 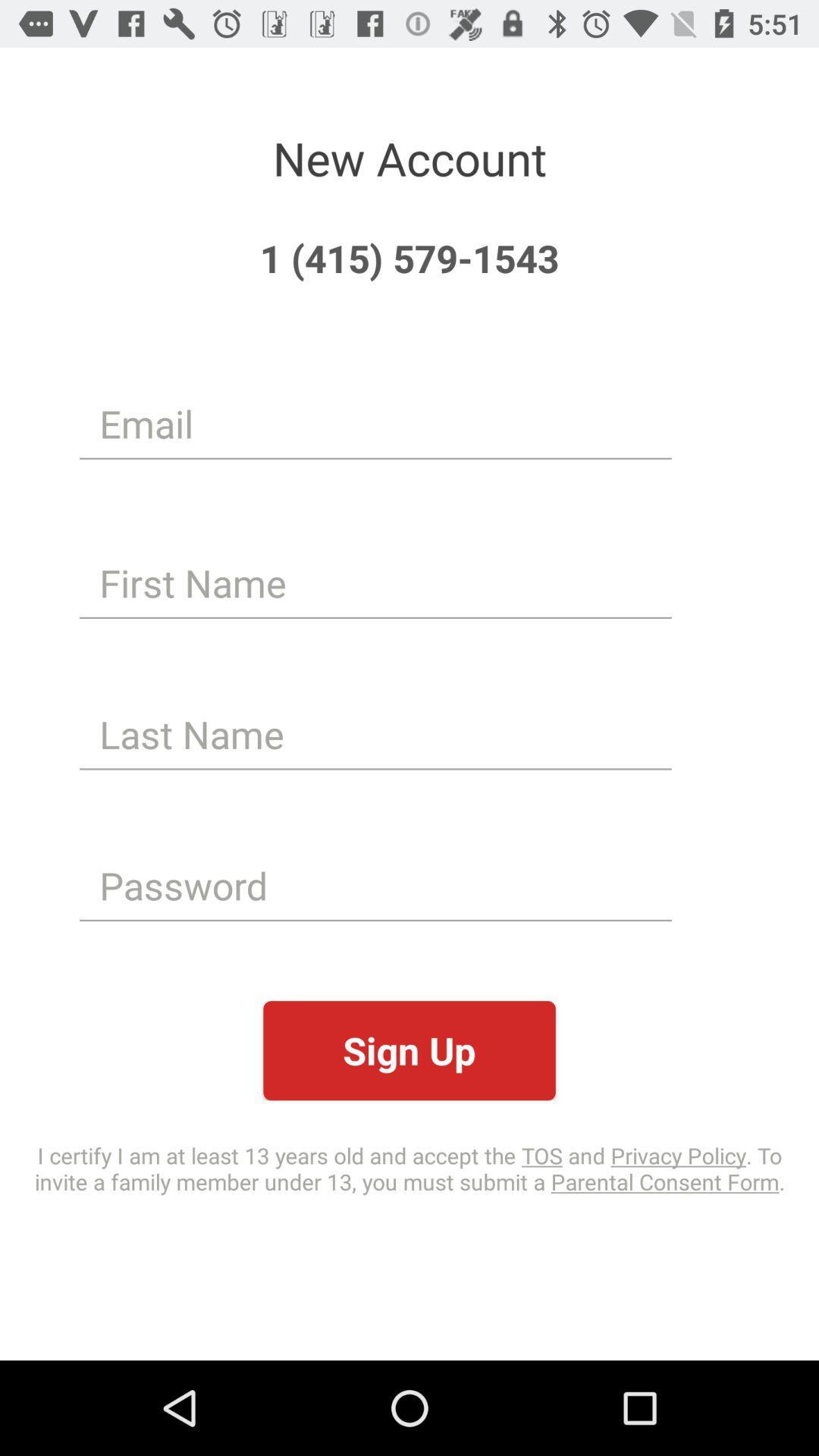 What do you see at coordinates (409, 1050) in the screenshot?
I see `the icon above the i certify i item` at bounding box center [409, 1050].